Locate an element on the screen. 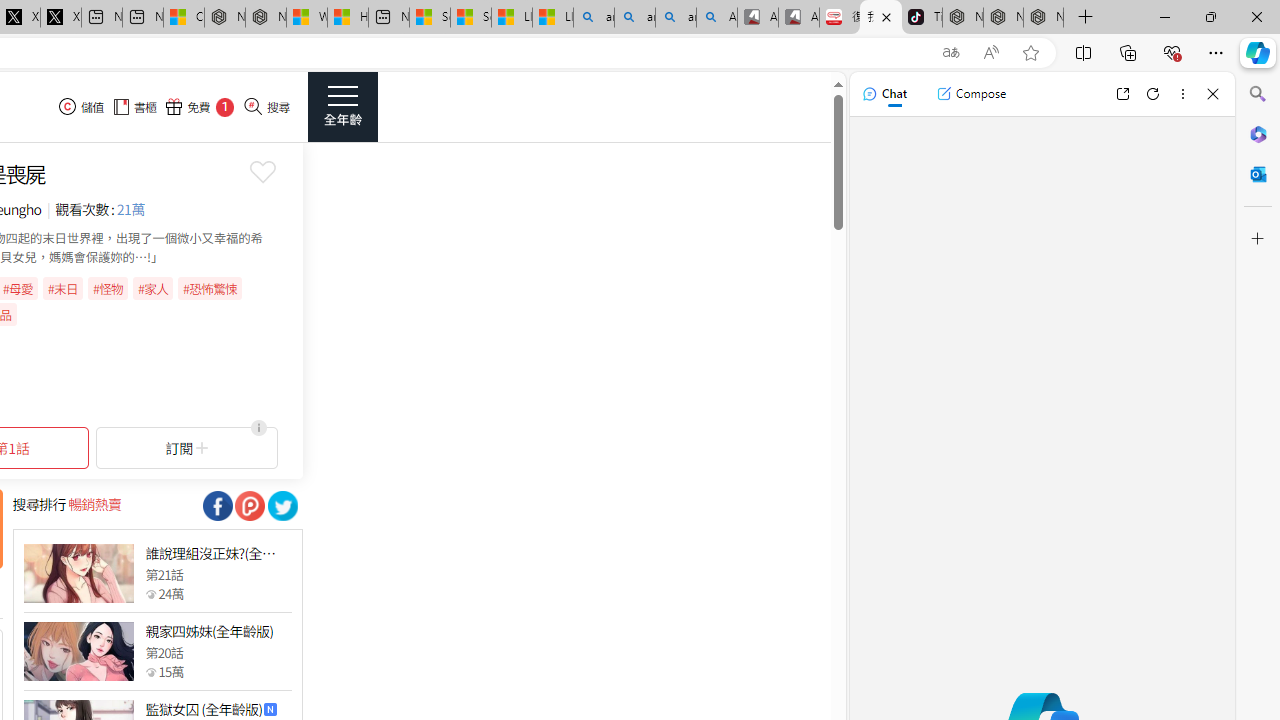 The image size is (1280, 720). 'New Tab' is located at coordinates (1085, 17).